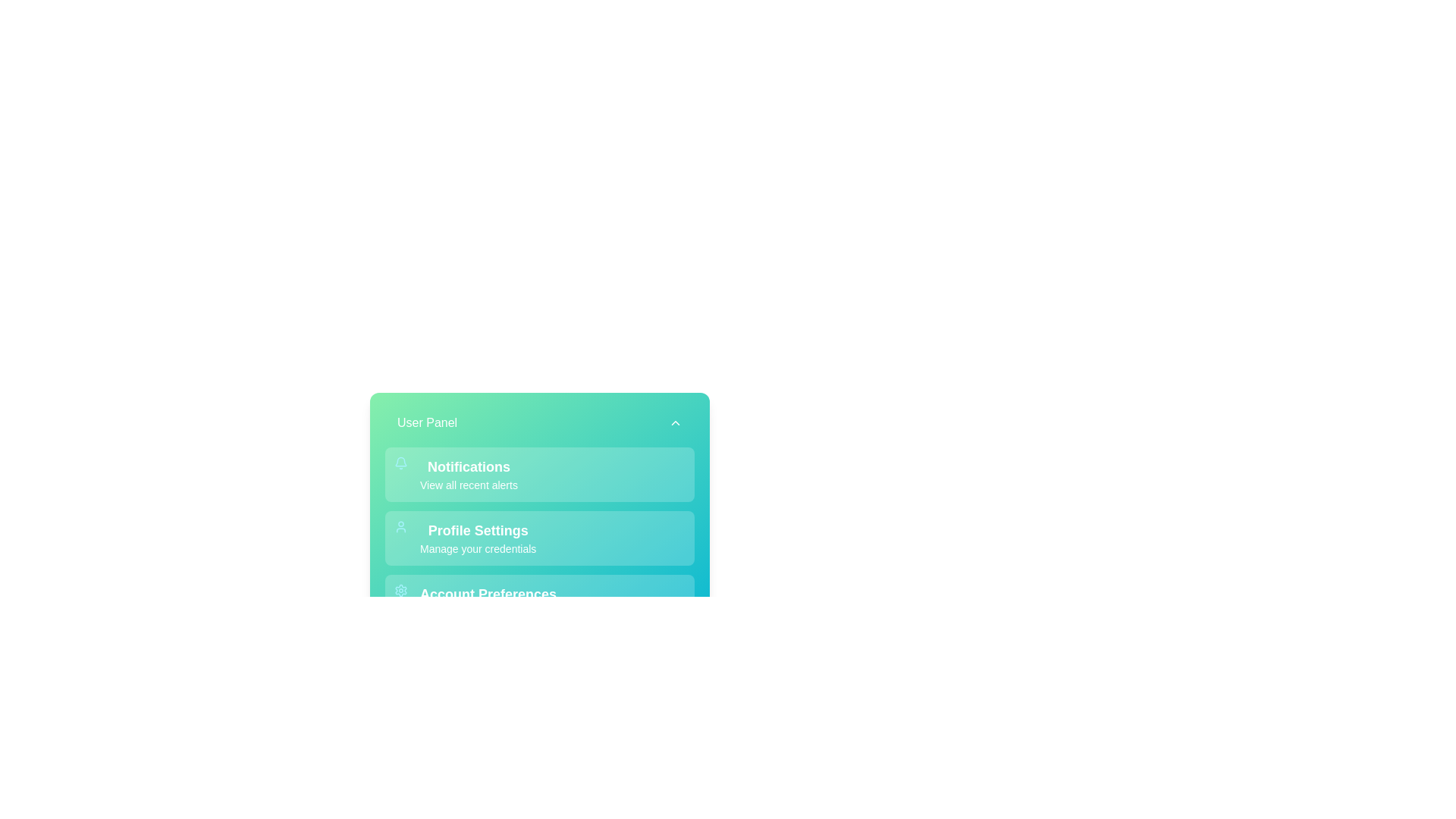  I want to click on the menu item Account Preferences in the UserAccountPanel, so click(539, 601).